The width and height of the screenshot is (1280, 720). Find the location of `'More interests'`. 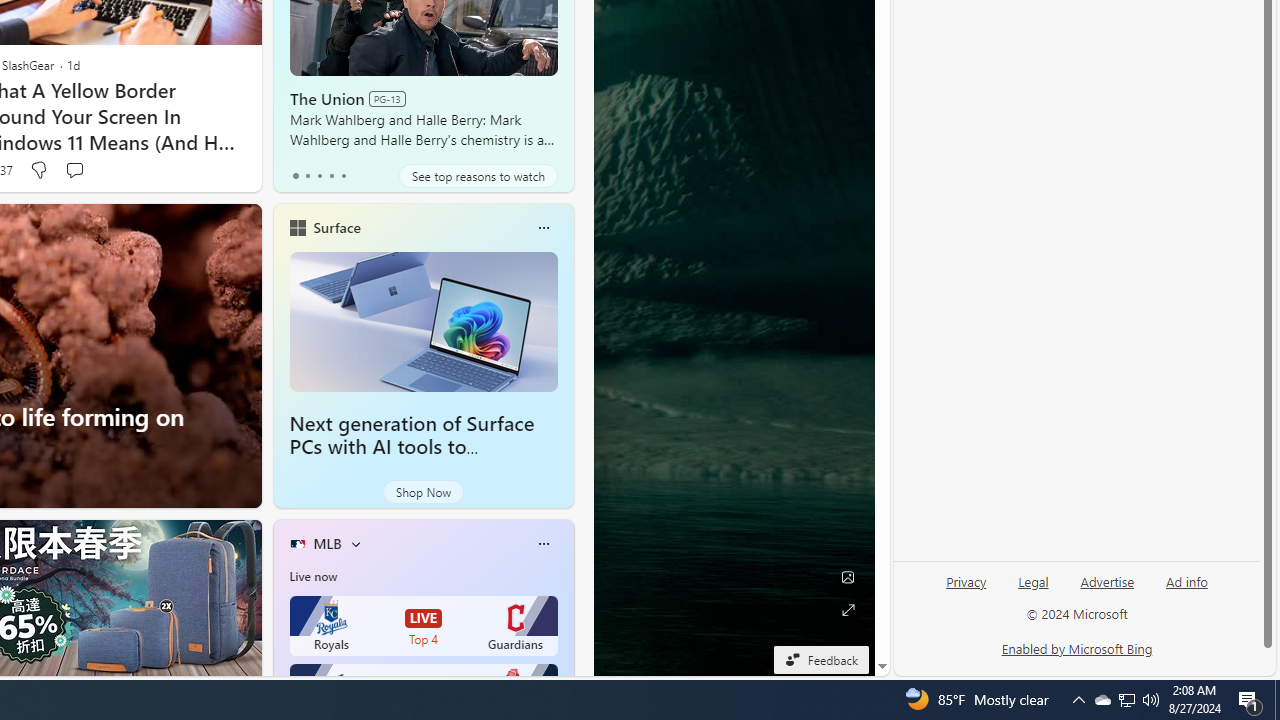

'More interests' is located at coordinates (355, 543).